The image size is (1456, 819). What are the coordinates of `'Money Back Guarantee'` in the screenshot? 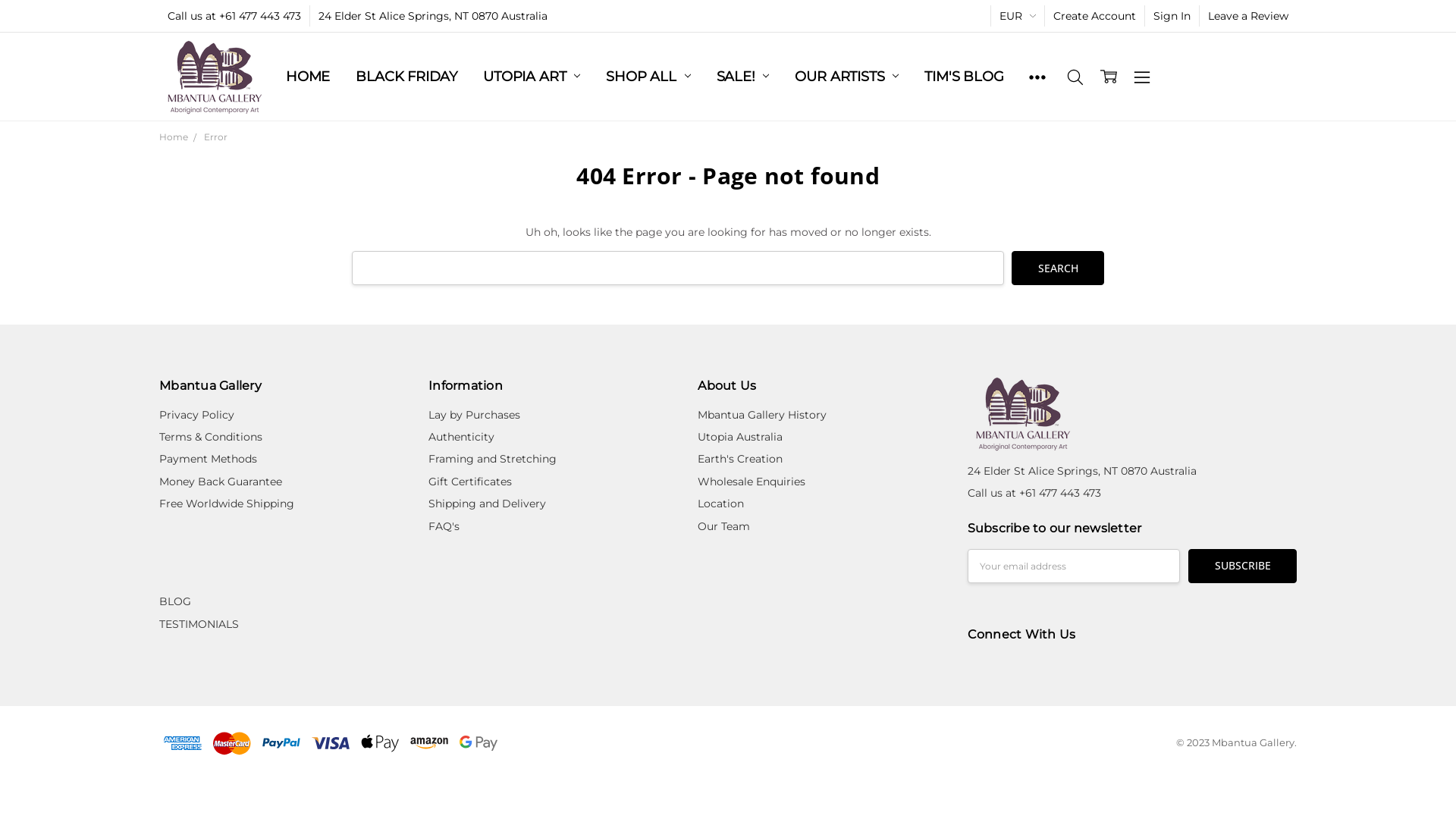 It's located at (220, 482).